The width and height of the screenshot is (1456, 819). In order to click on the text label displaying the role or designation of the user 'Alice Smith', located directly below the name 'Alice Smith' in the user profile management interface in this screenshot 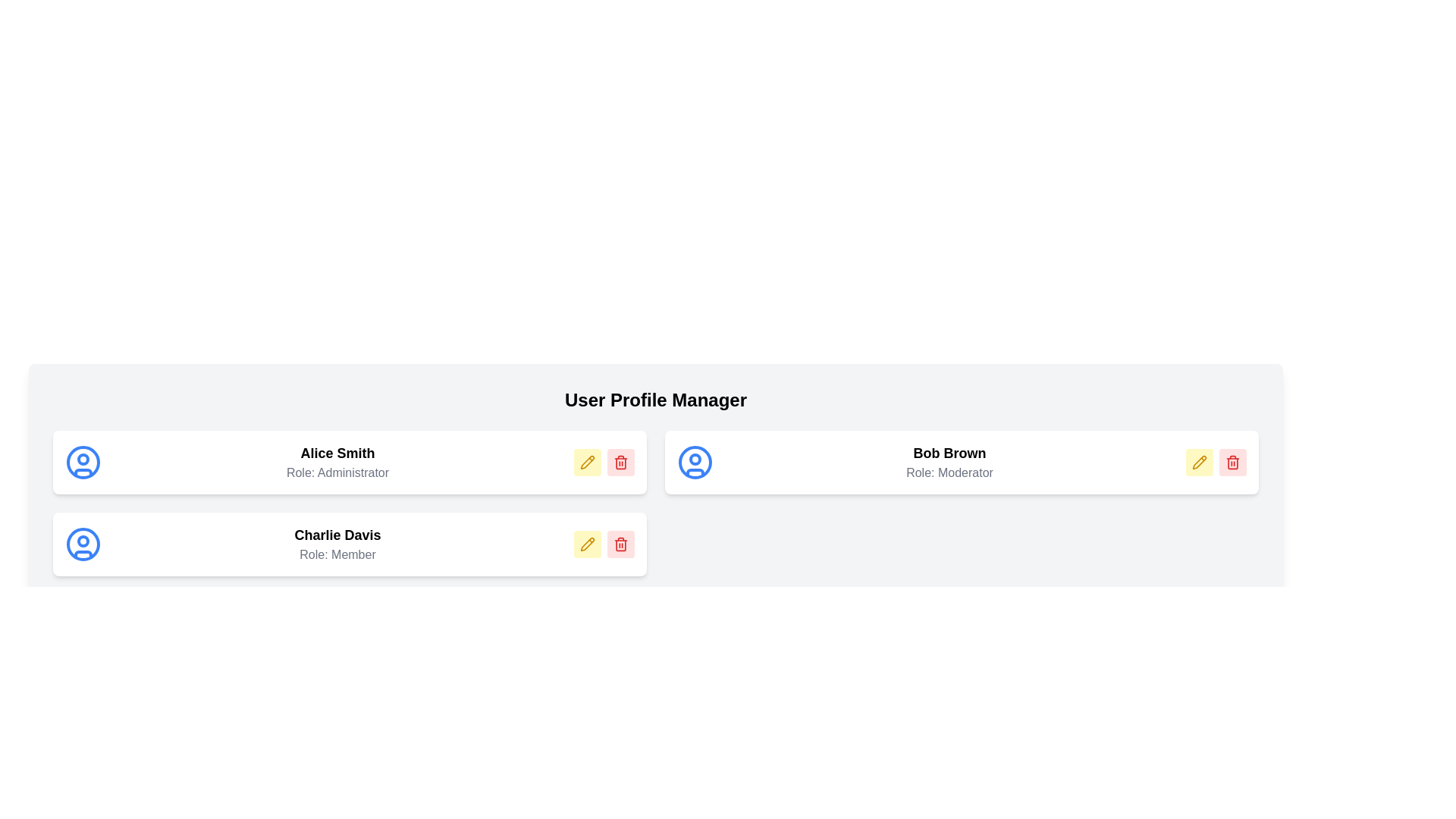, I will do `click(337, 472)`.